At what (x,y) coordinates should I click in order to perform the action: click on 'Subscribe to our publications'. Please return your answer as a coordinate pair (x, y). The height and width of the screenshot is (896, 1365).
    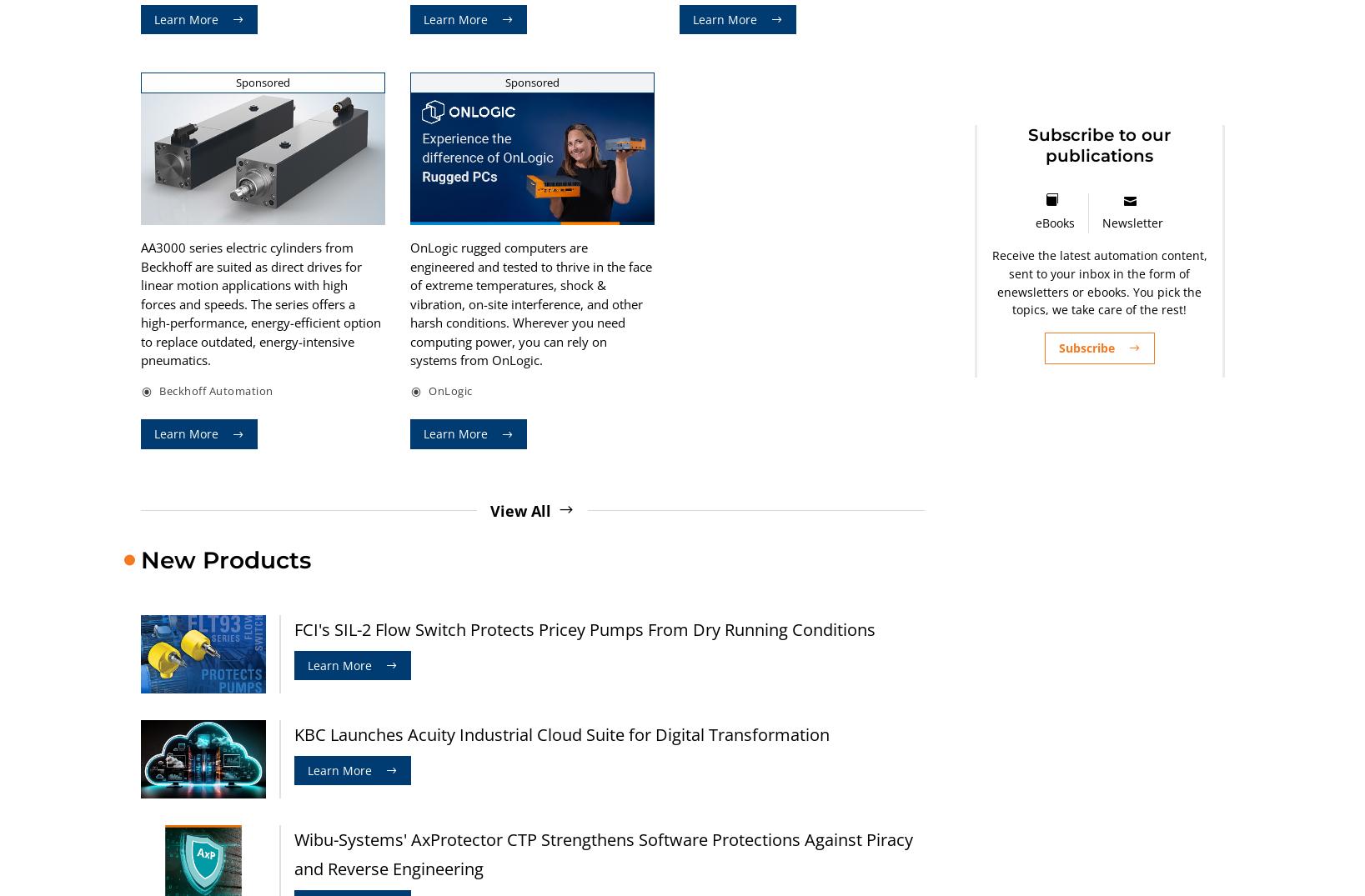
    Looking at the image, I should click on (1098, 145).